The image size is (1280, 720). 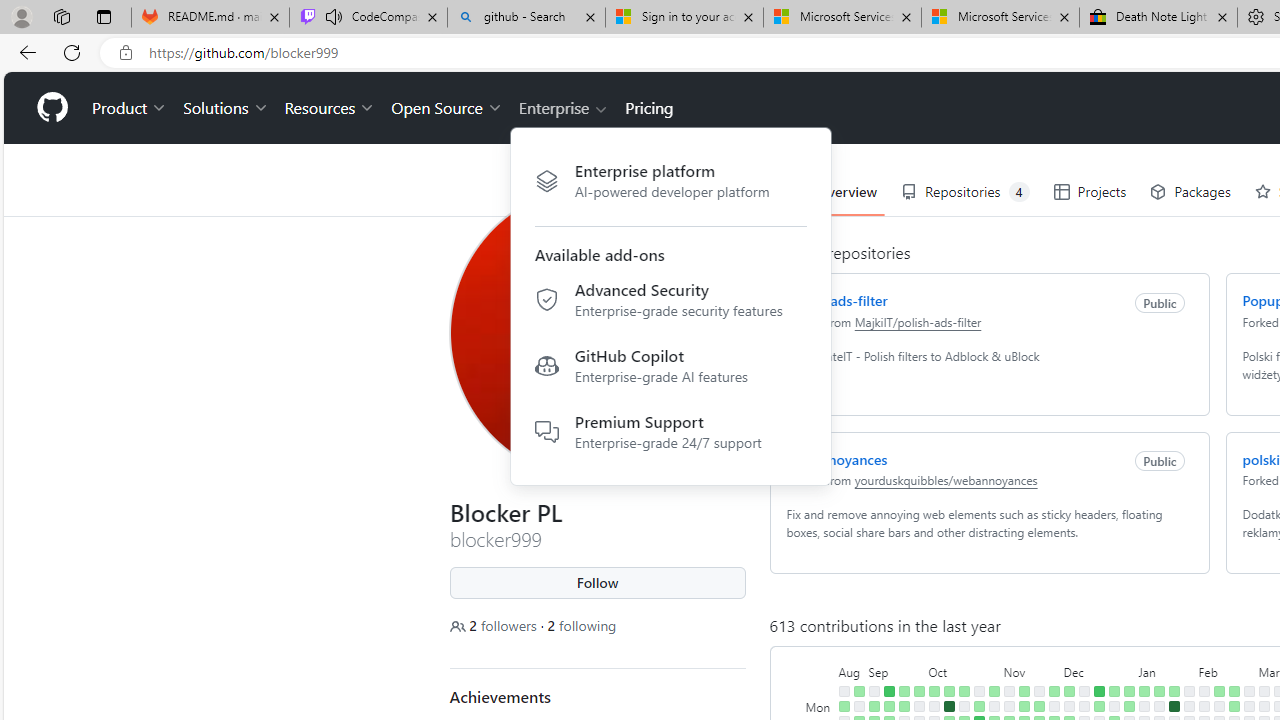 What do you see at coordinates (1031, 670) in the screenshot?
I see `'November'` at bounding box center [1031, 670].